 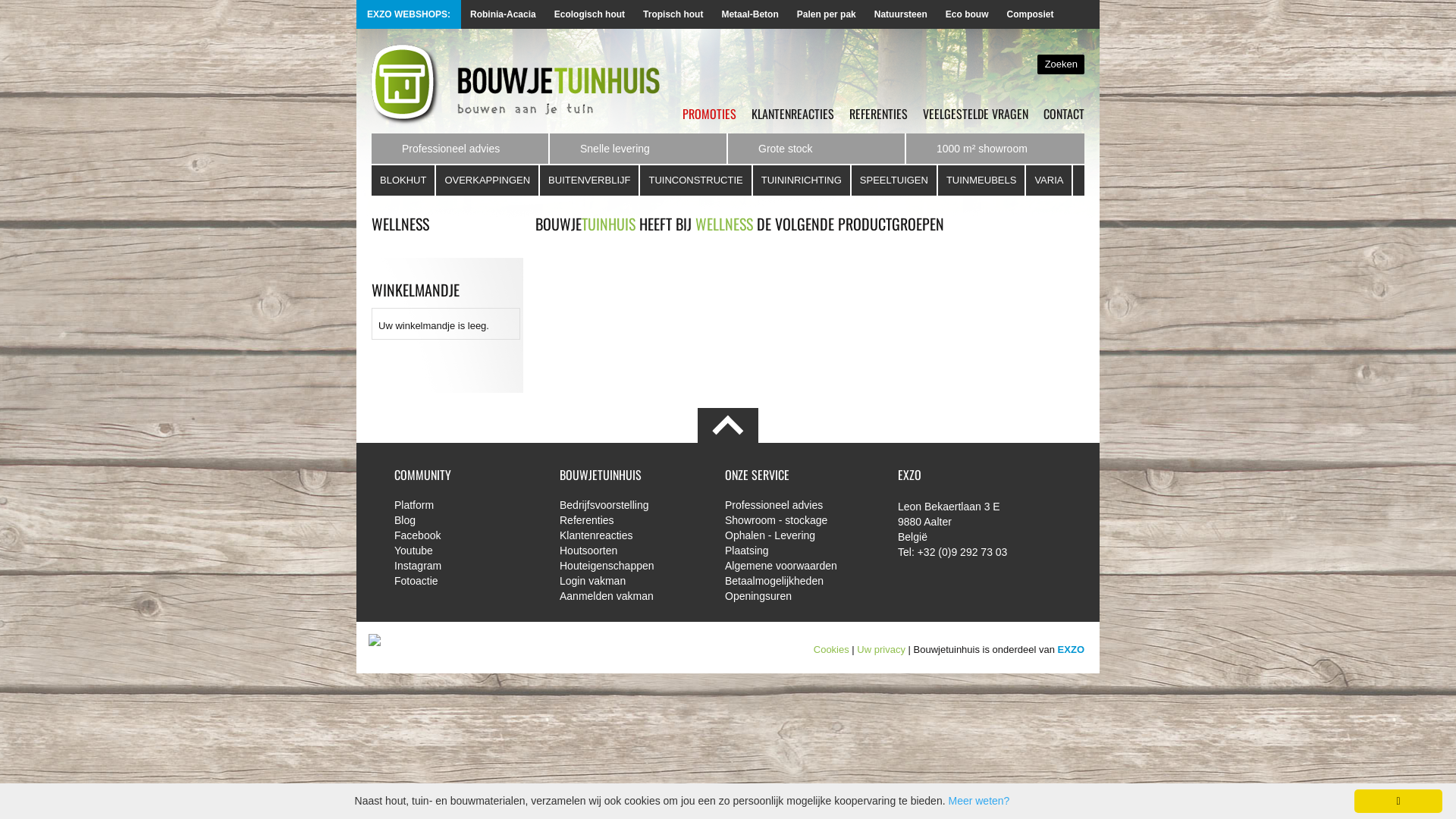 What do you see at coordinates (630, 505) in the screenshot?
I see `'Bedrijfsvoorstelling'` at bounding box center [630, 505].